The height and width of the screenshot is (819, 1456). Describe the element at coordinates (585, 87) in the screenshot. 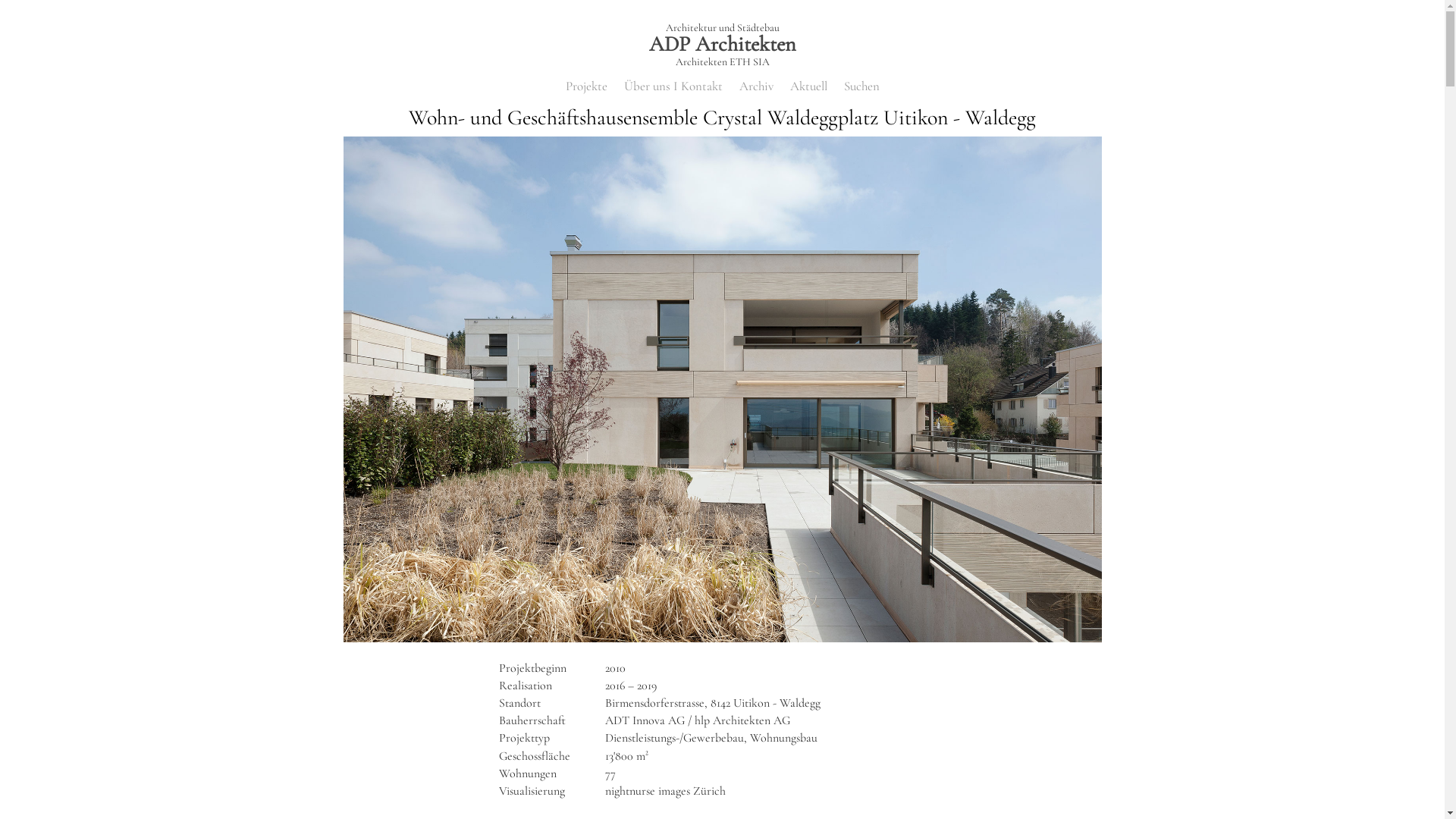

I see `'Projekte'` at that location.